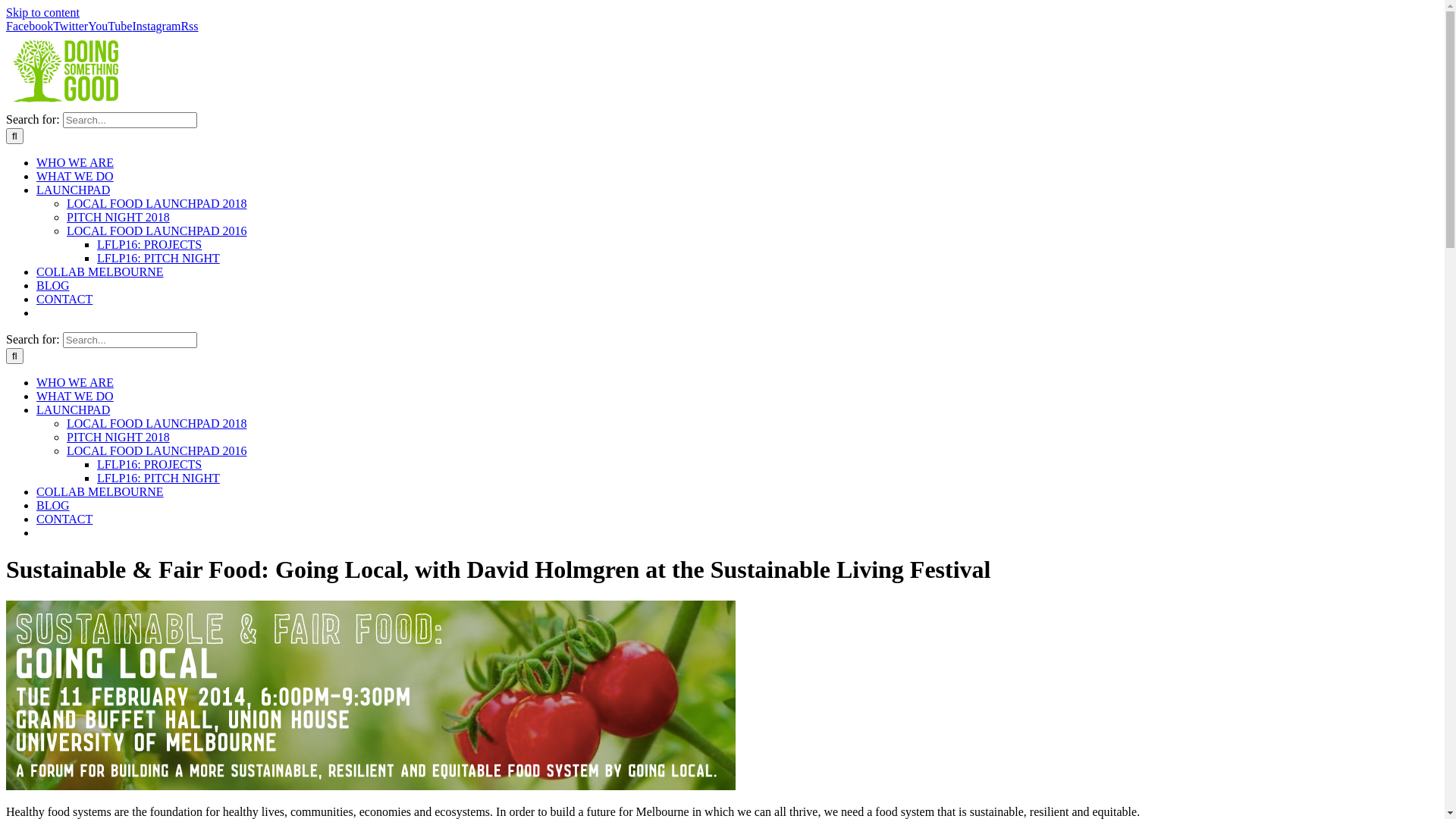  What do you see at coordinates (36, 409) in the screenshot?
I see `'LAUNCHPAD'` at bounding box center [36, 409].